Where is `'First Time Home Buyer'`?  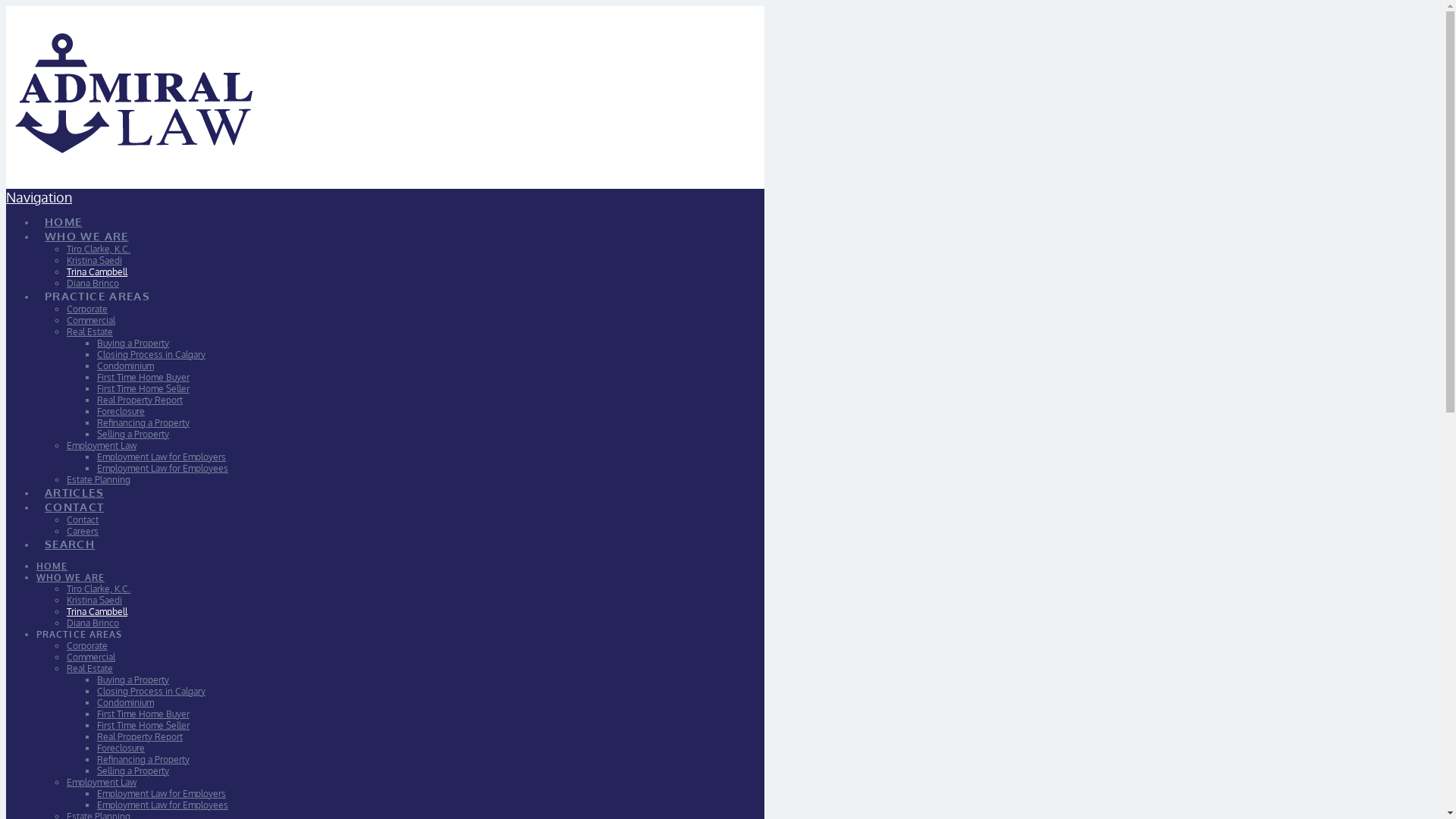
'First Time Home Buyer' is located at coordinates (143, 714).